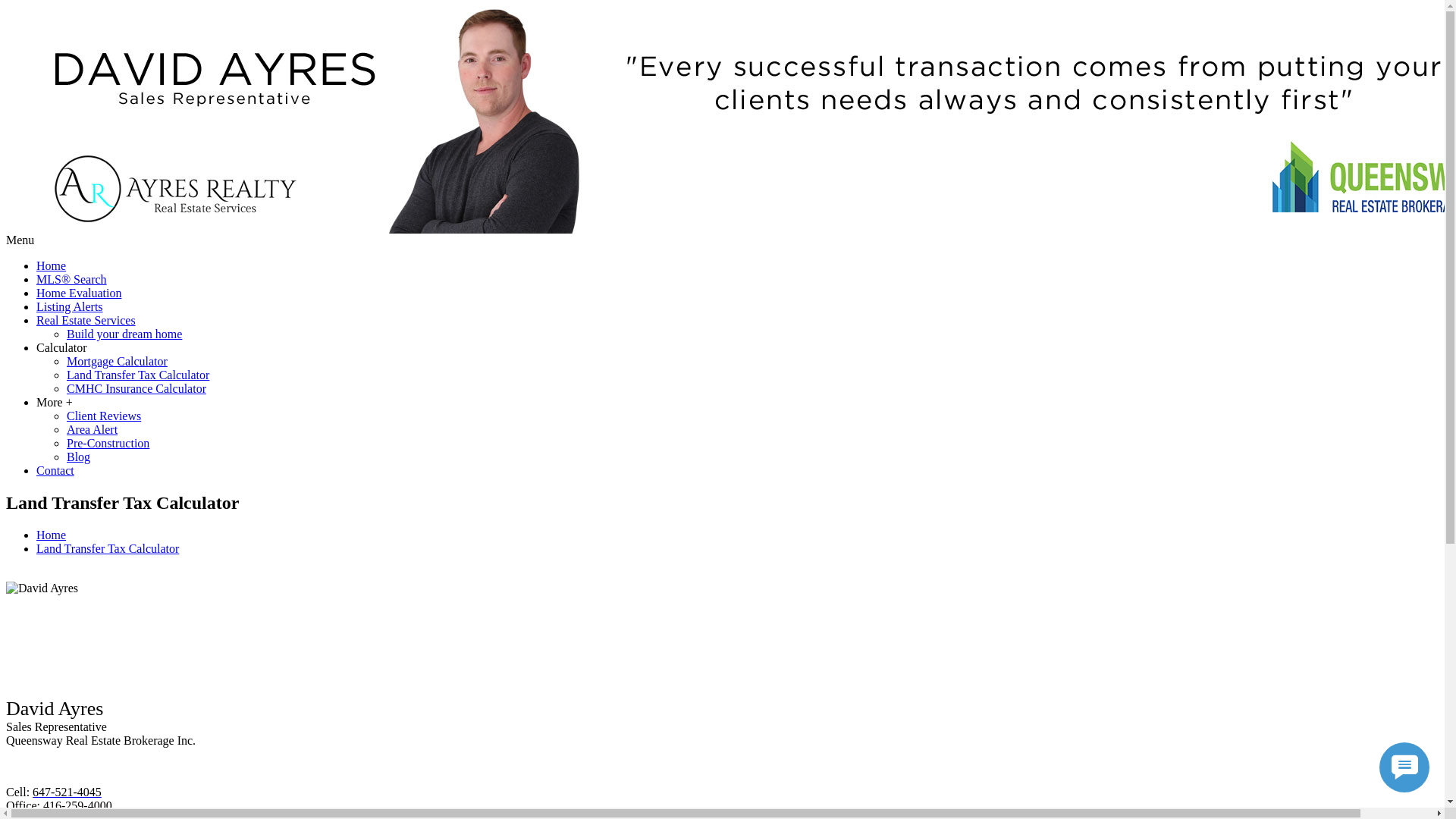 This screenshot has width=1456, height=819. What do you see at coordinates (36, 319) in the screenshot?
I see `'Real Estate Services'` at bounding box center [36, 319].